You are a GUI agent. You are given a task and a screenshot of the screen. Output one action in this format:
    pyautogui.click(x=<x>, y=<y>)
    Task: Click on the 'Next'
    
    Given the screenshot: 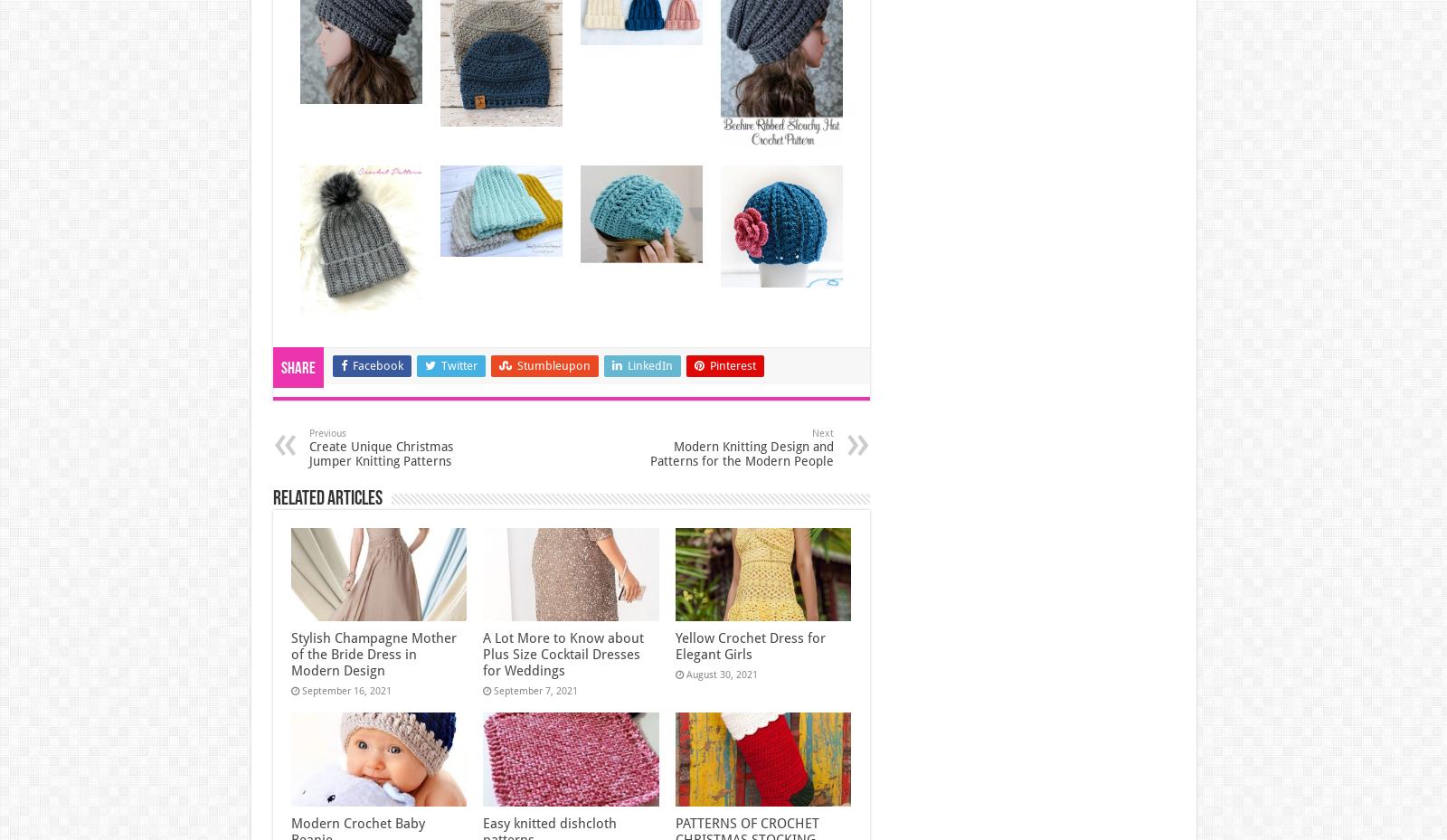 What is the action you would take?
    pyautogui.click(x=820, y=432)
    